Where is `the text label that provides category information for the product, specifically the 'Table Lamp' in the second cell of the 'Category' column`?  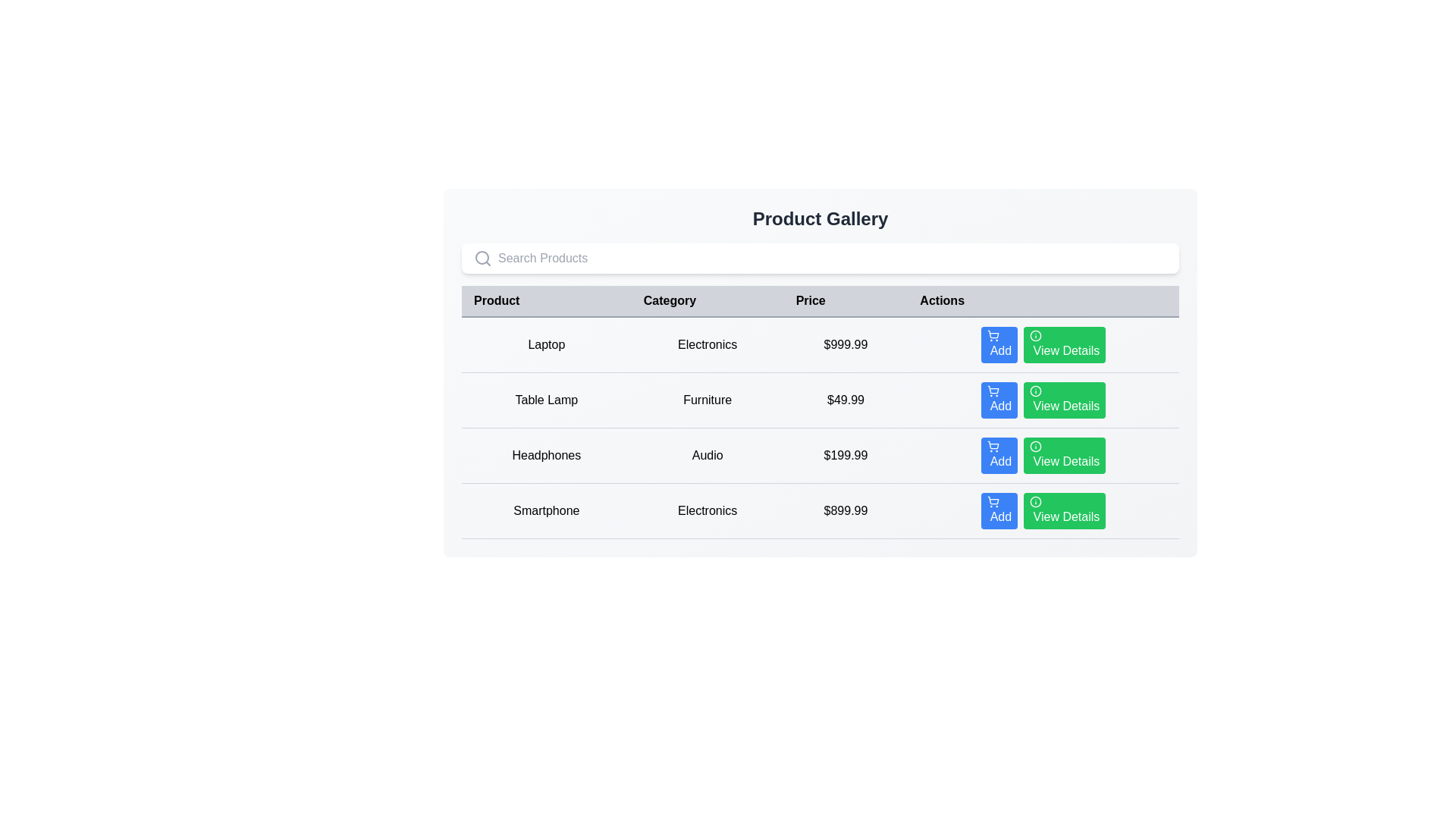
the text label that provides category information for the product, specifically the 'Table Lamp' in the second cell of the 'Category' column is located at coordinates (707, 400).